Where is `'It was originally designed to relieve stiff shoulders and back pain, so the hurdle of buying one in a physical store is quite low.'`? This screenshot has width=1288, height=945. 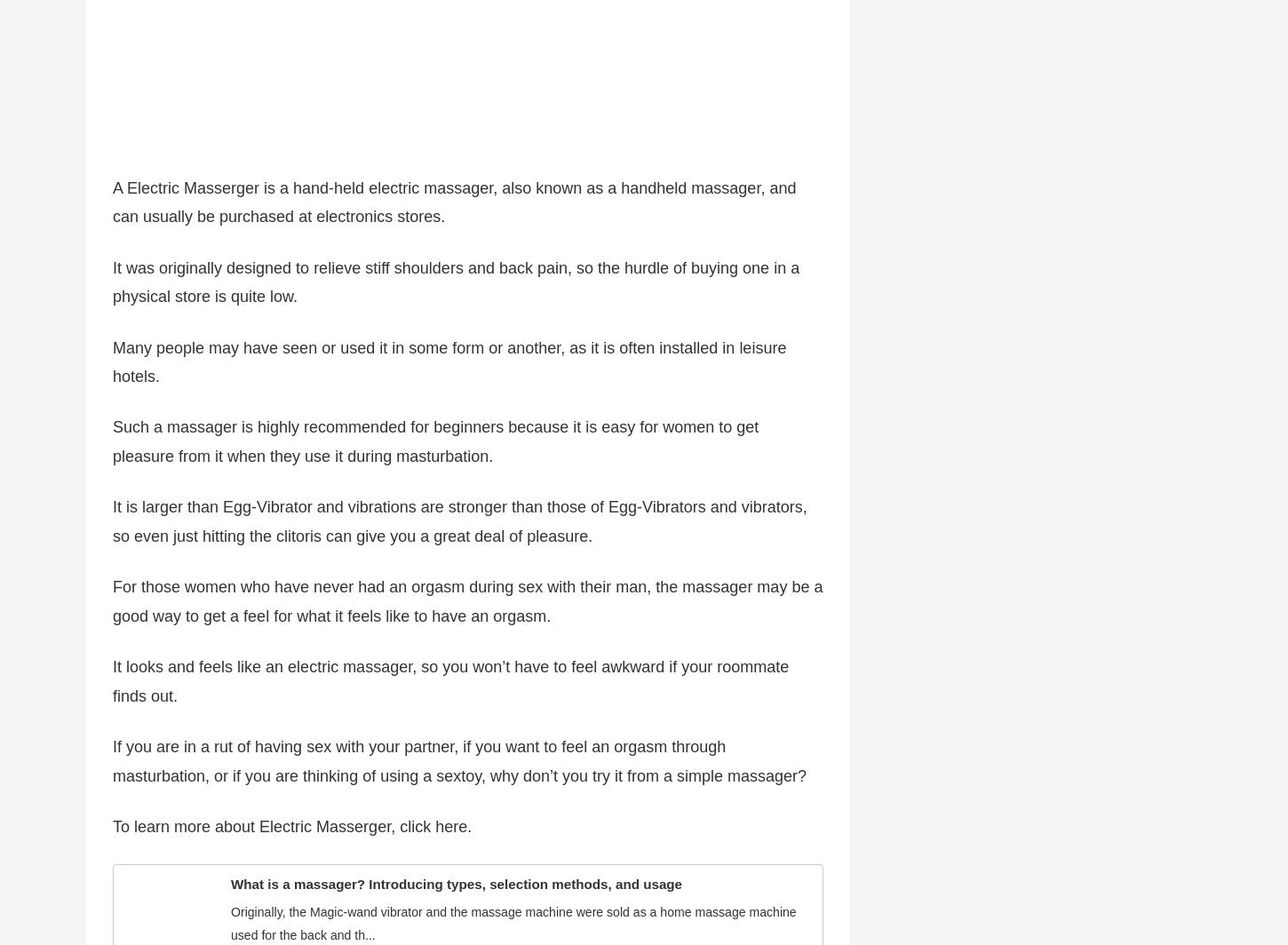
'It was originally designed to relieve stiff shoulders and back pain, so the hurdle of buying one in a physical store is quite low.' is located at coordinates (112, 290).